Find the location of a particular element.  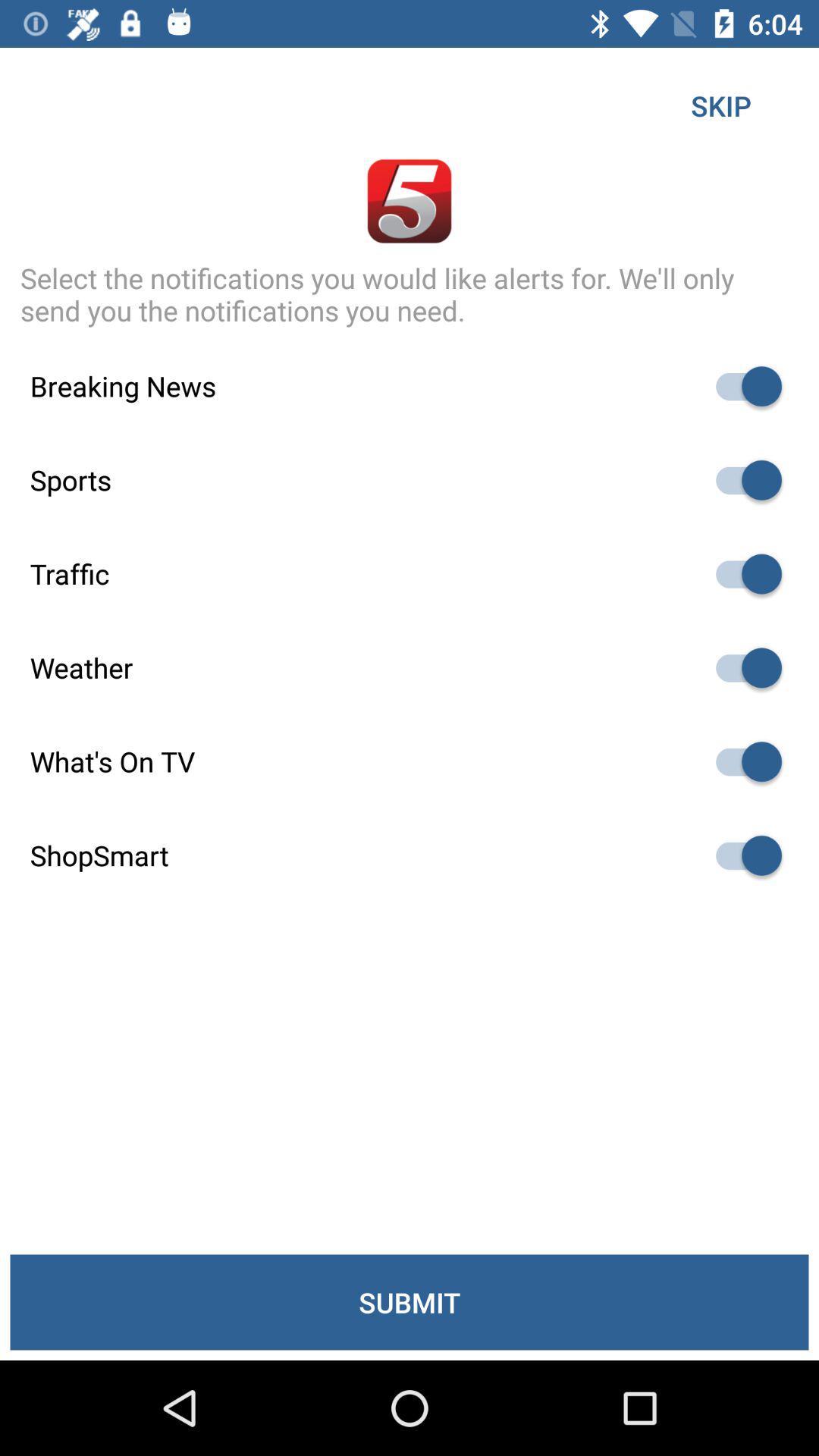

get notifications for tv is located at coordinates (741, 761).